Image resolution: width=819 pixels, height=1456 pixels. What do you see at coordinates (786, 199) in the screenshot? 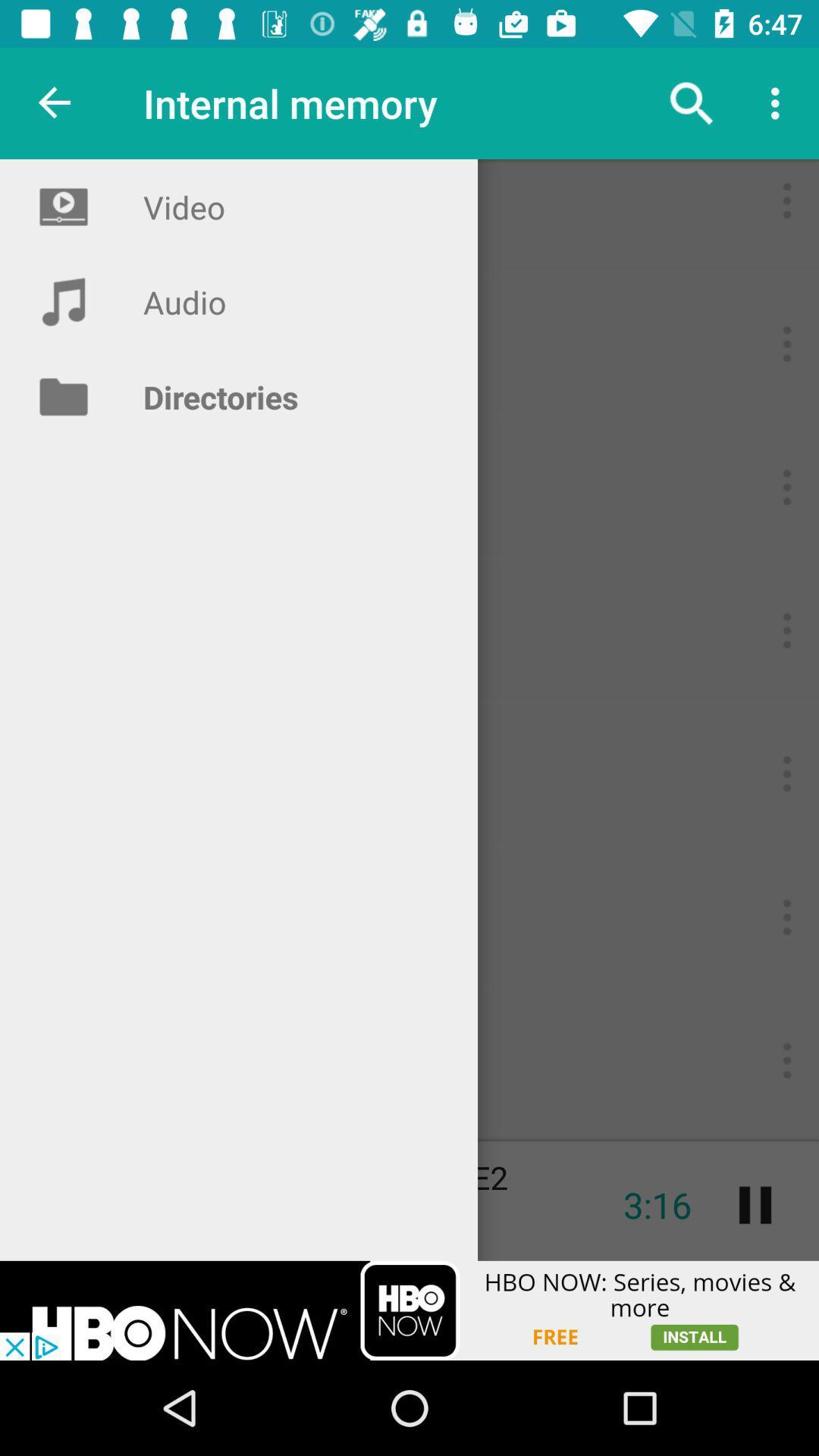
I see `3 vertical dots right to video` at bounding box center [786, 199].